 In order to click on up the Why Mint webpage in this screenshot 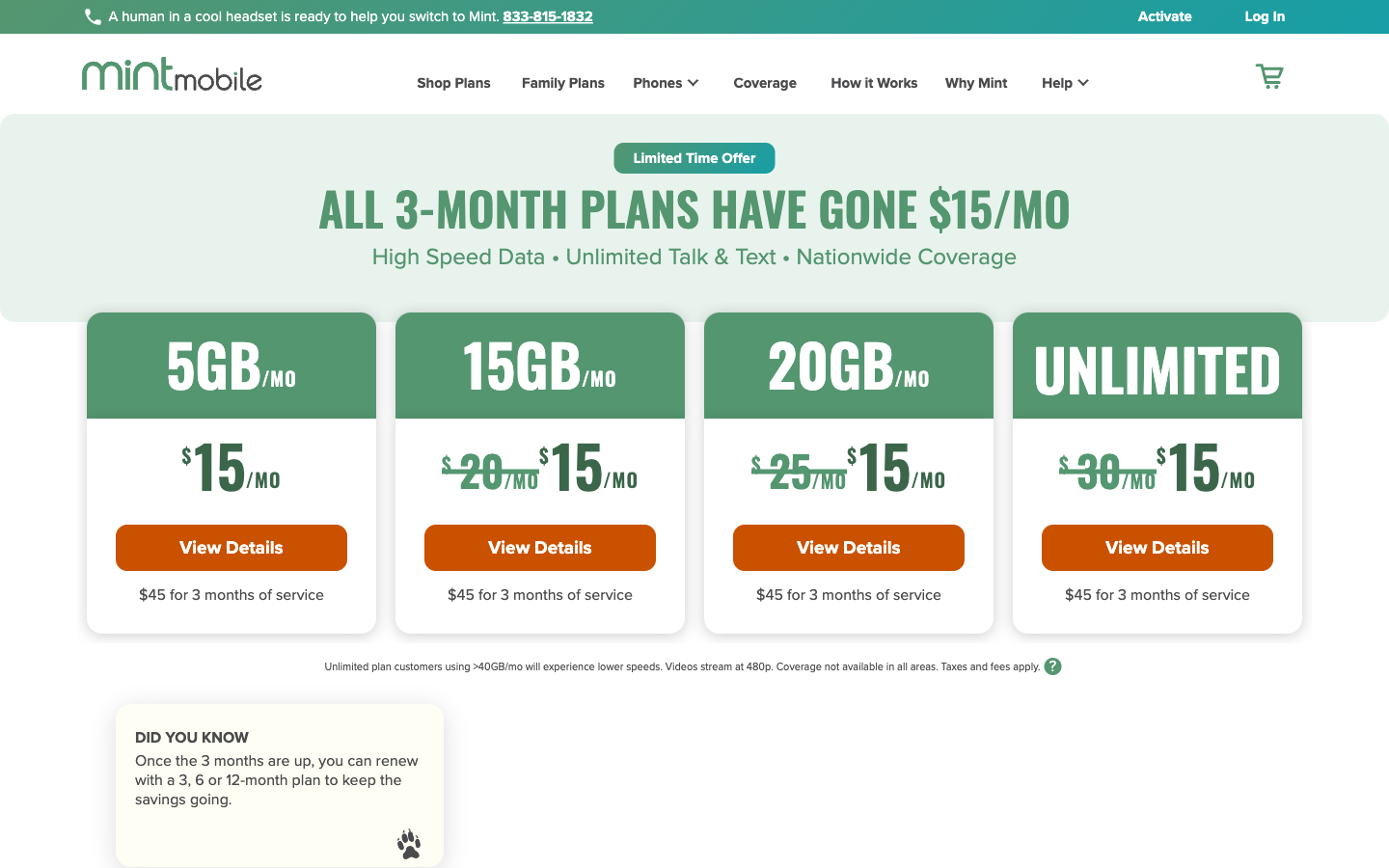, I will do `click(963, 85)`.